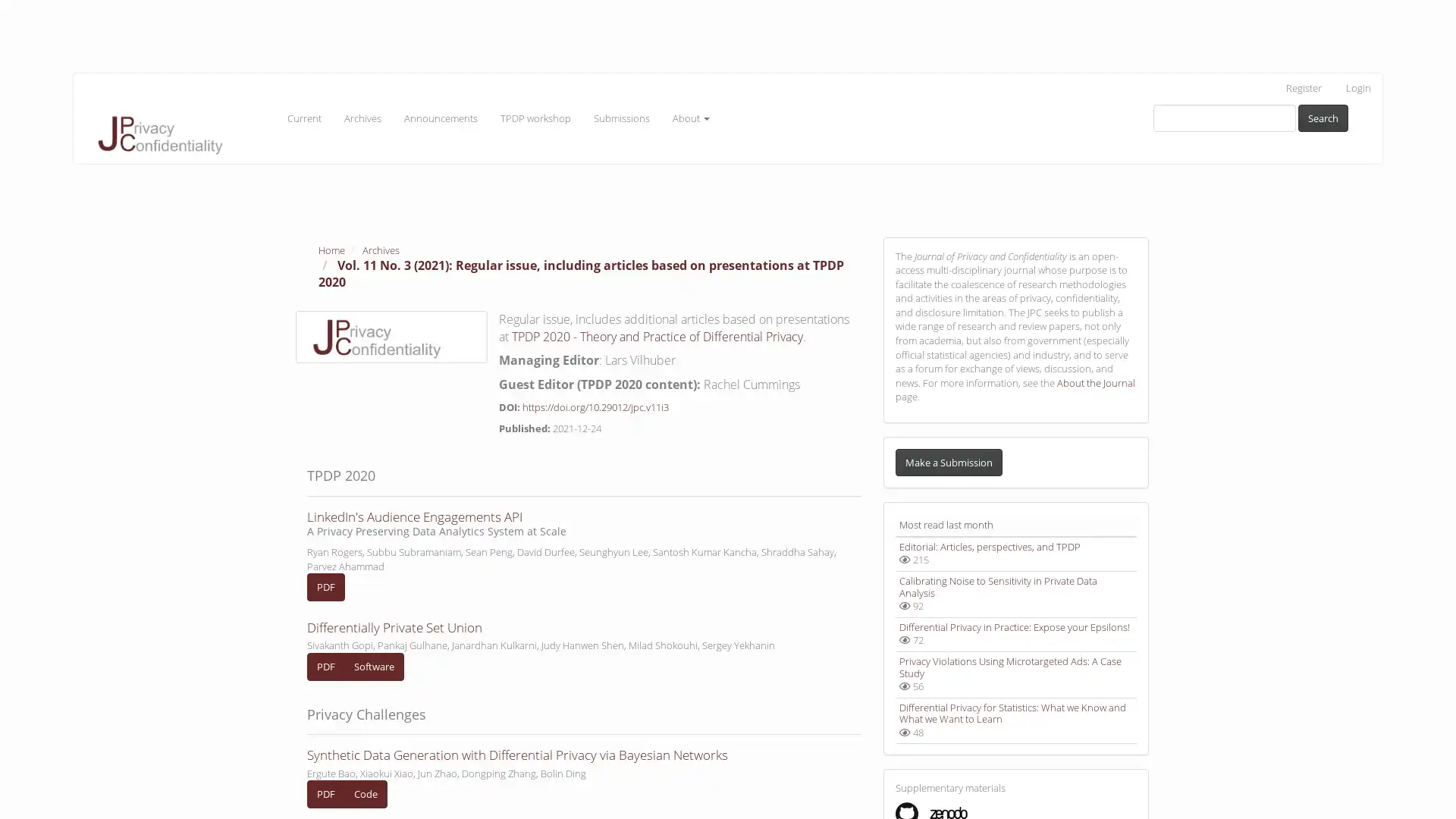 The image size is (1456, 819). What do you see at coordinates (325, 792) in the screenshot?
I see `PDF` at bounding box center [325, 792].